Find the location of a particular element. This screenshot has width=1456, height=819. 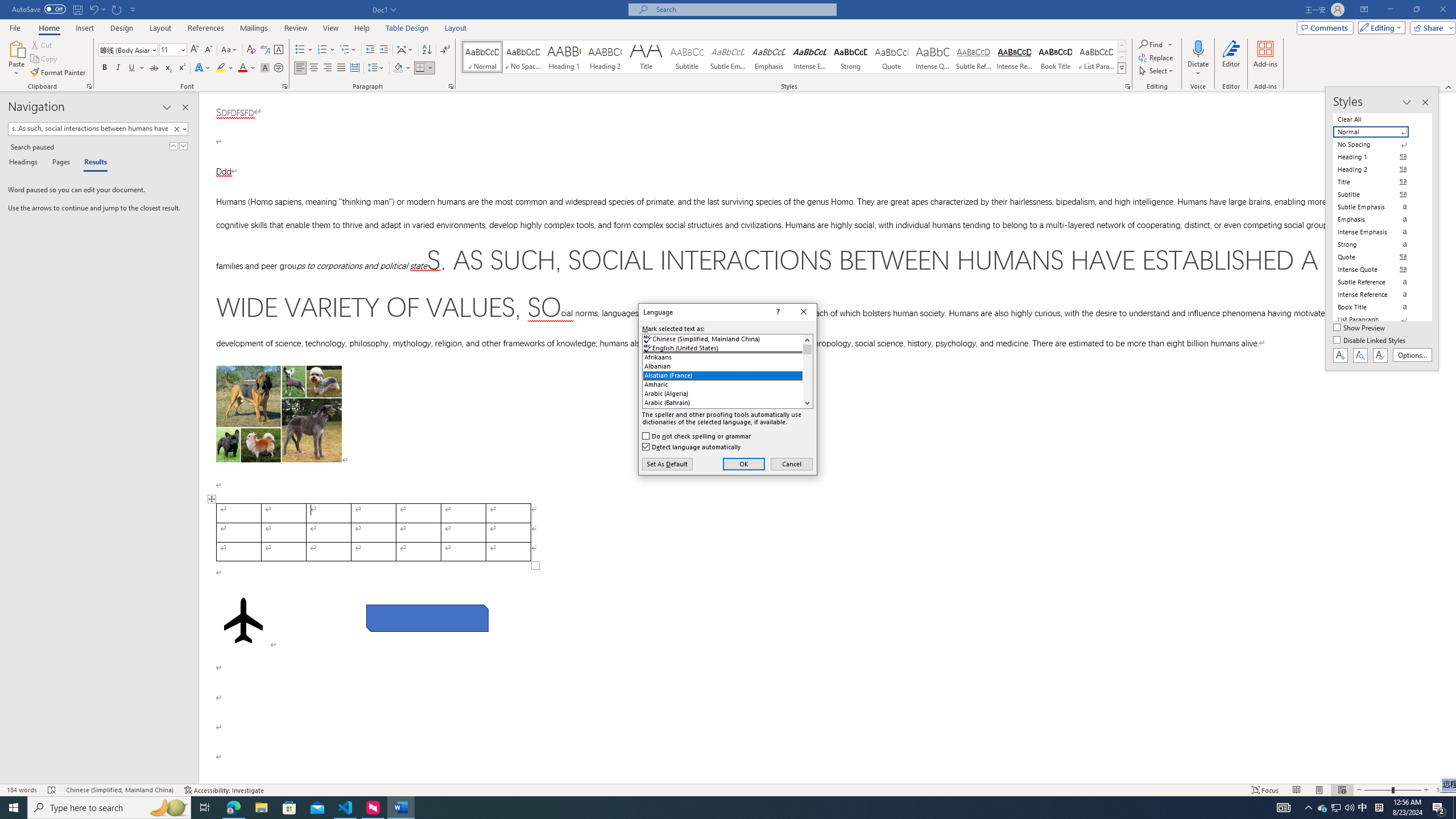

'Word Count 184 words' is located at coordinates (22, 790).